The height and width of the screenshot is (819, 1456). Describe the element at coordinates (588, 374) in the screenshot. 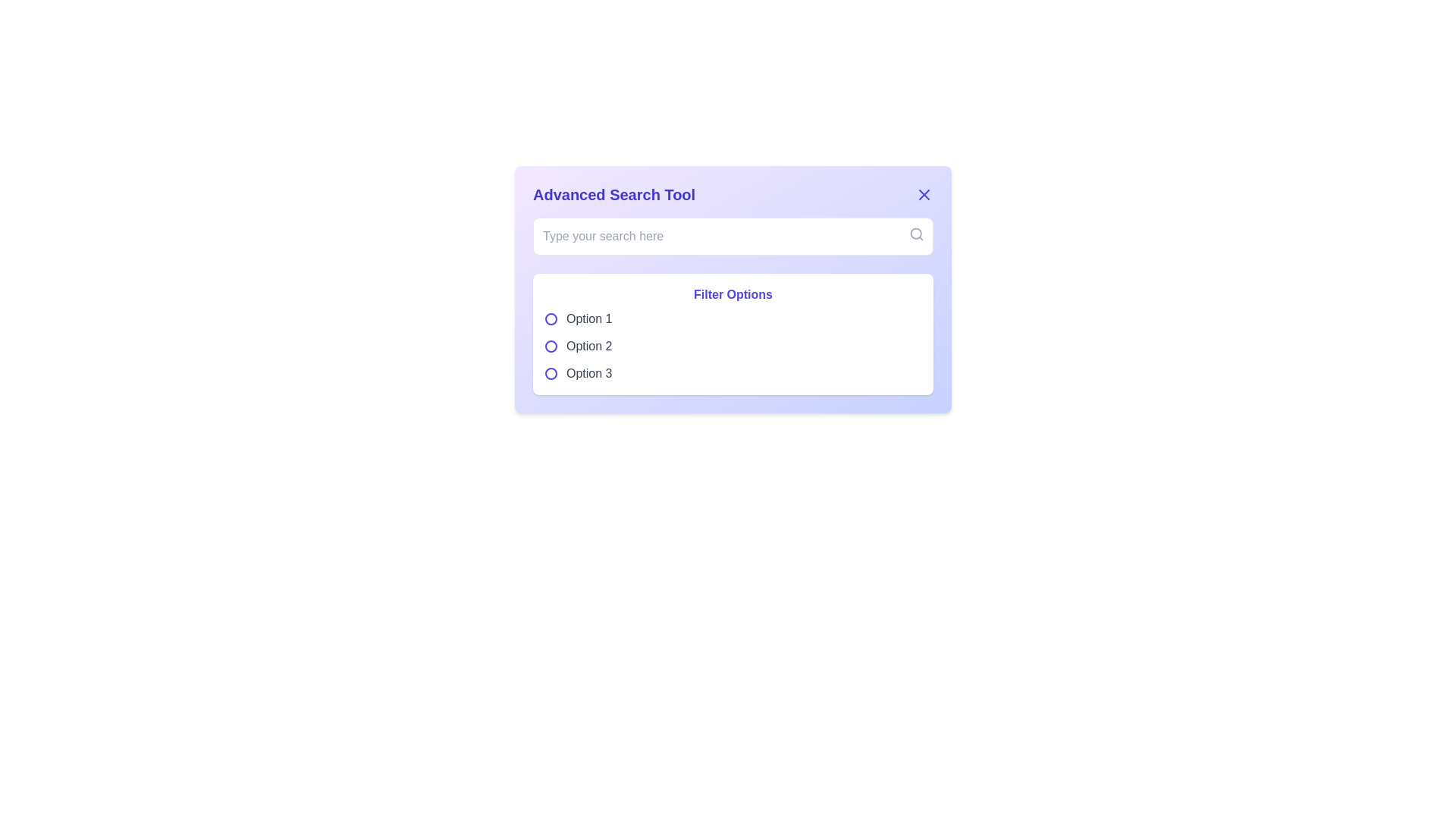

I see `the static text label 'Option 3' which is styled in gray and serves as part of the interactive options in the 'Advanced Search Tool' modal` at that location.